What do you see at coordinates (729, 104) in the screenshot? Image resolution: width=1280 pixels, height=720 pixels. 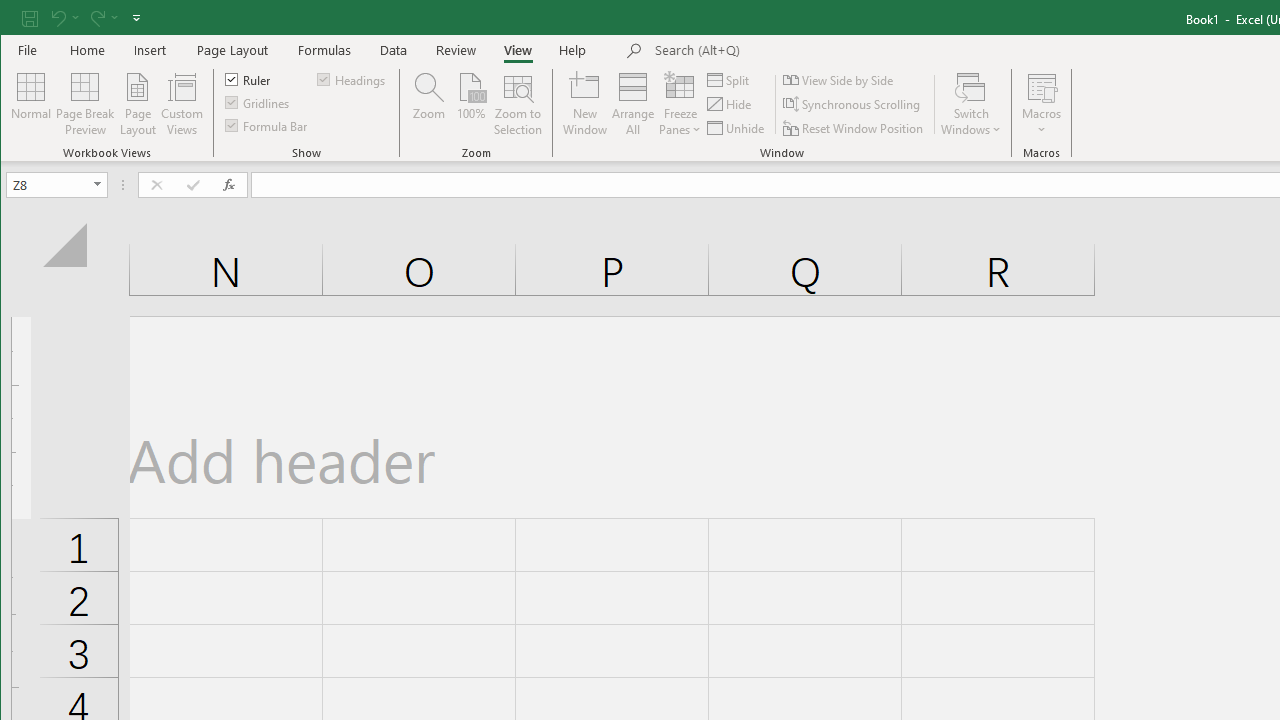 I see `'Hide'` at bounding box center [729, 104].